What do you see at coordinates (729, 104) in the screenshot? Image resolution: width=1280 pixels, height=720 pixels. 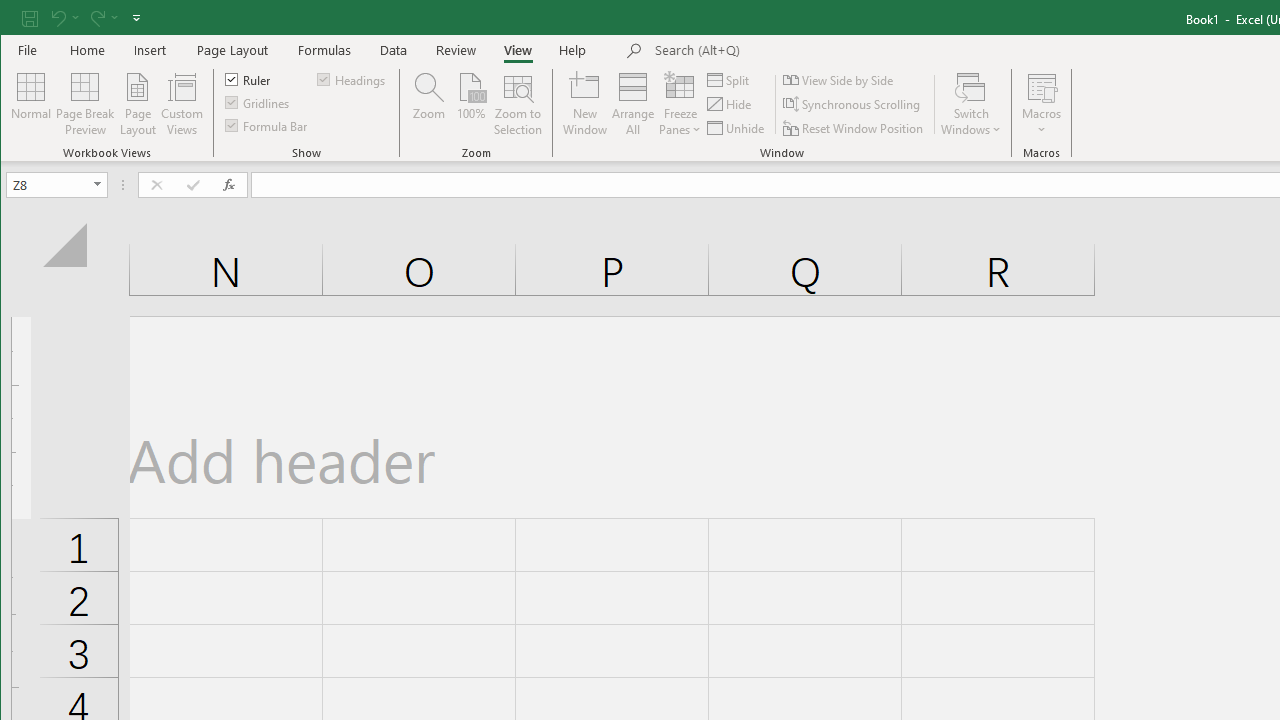 I see `'Hide'` at bounding box center [729, 104].